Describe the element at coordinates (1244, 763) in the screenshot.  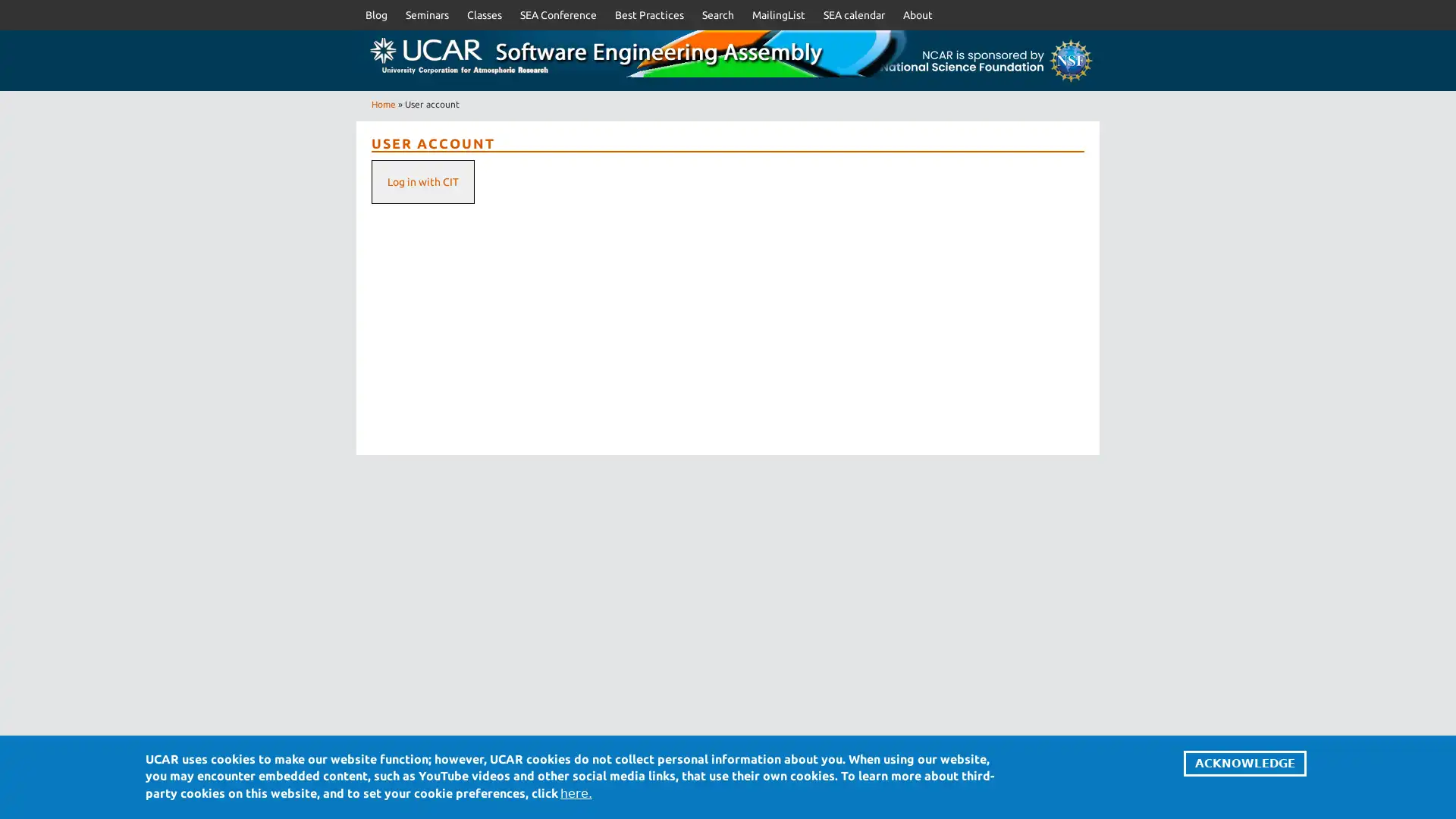
I see `ACKNOWLEDGE` at that location.